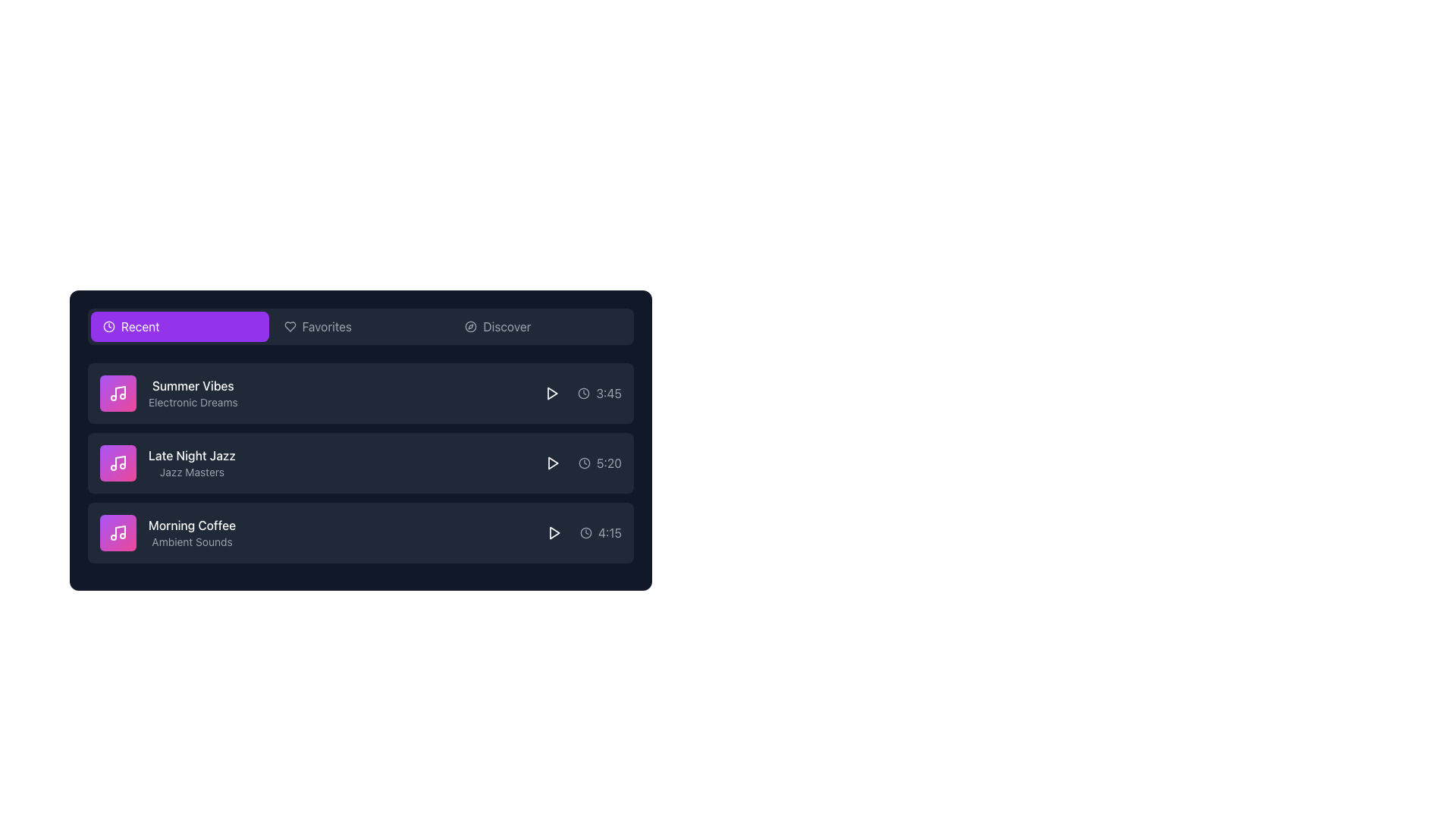 This screenshot has height=819, width=1456. What do you see at coordinates (599, 393) in the screenshot?
I see `the timestamp text '3:45' with the accompanying clock icon located in the third row of the 'Summer Vibes' item` at bounding box center [599, 393].